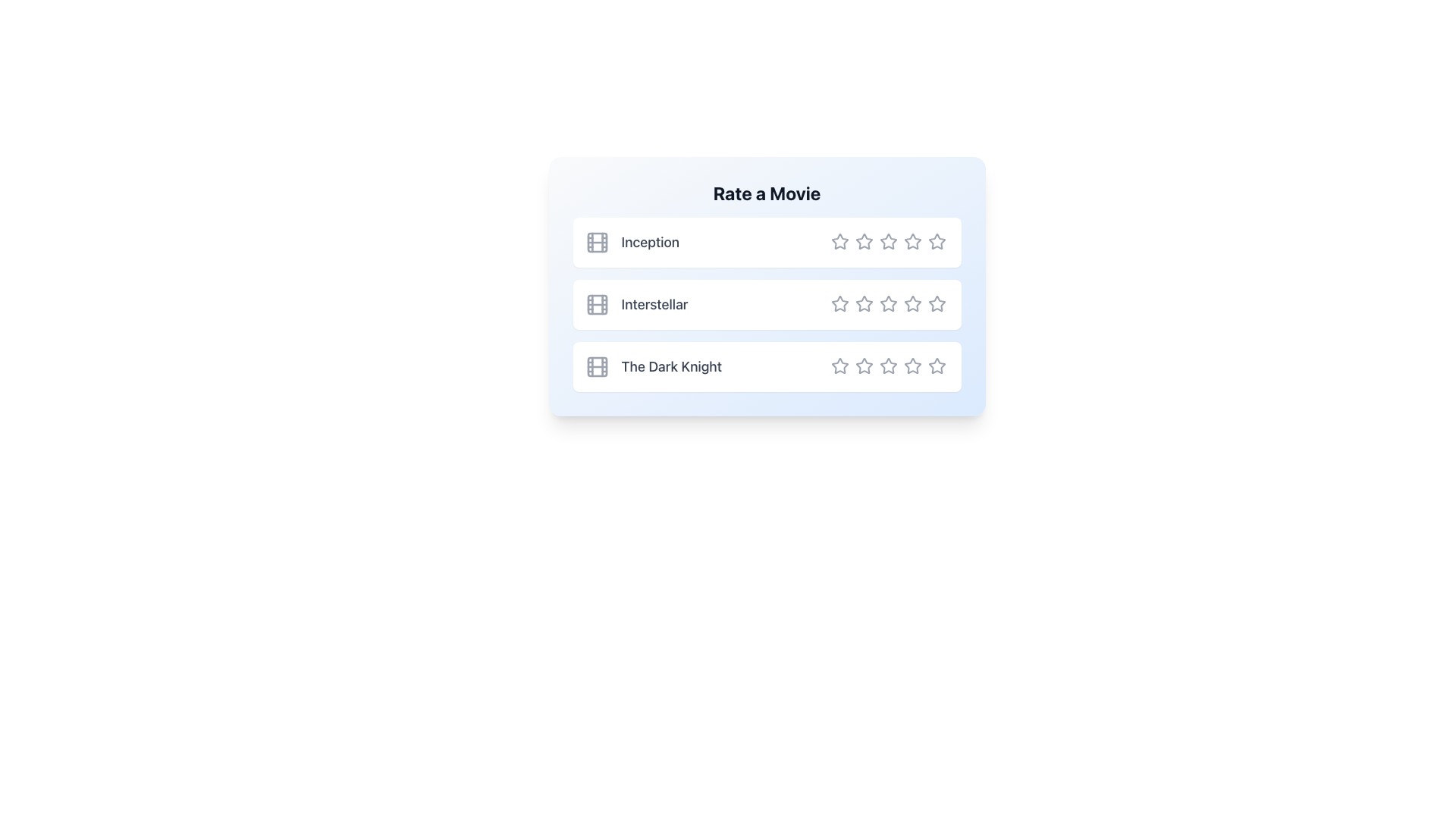 The width and height of the screenshot is (1456, 819). What do you see at coordinates (888, 366) in the screenshot?
I see `the third star icon in the rating component to rate the movie 'The Dark Knight'` at bounding box center [888, 366].